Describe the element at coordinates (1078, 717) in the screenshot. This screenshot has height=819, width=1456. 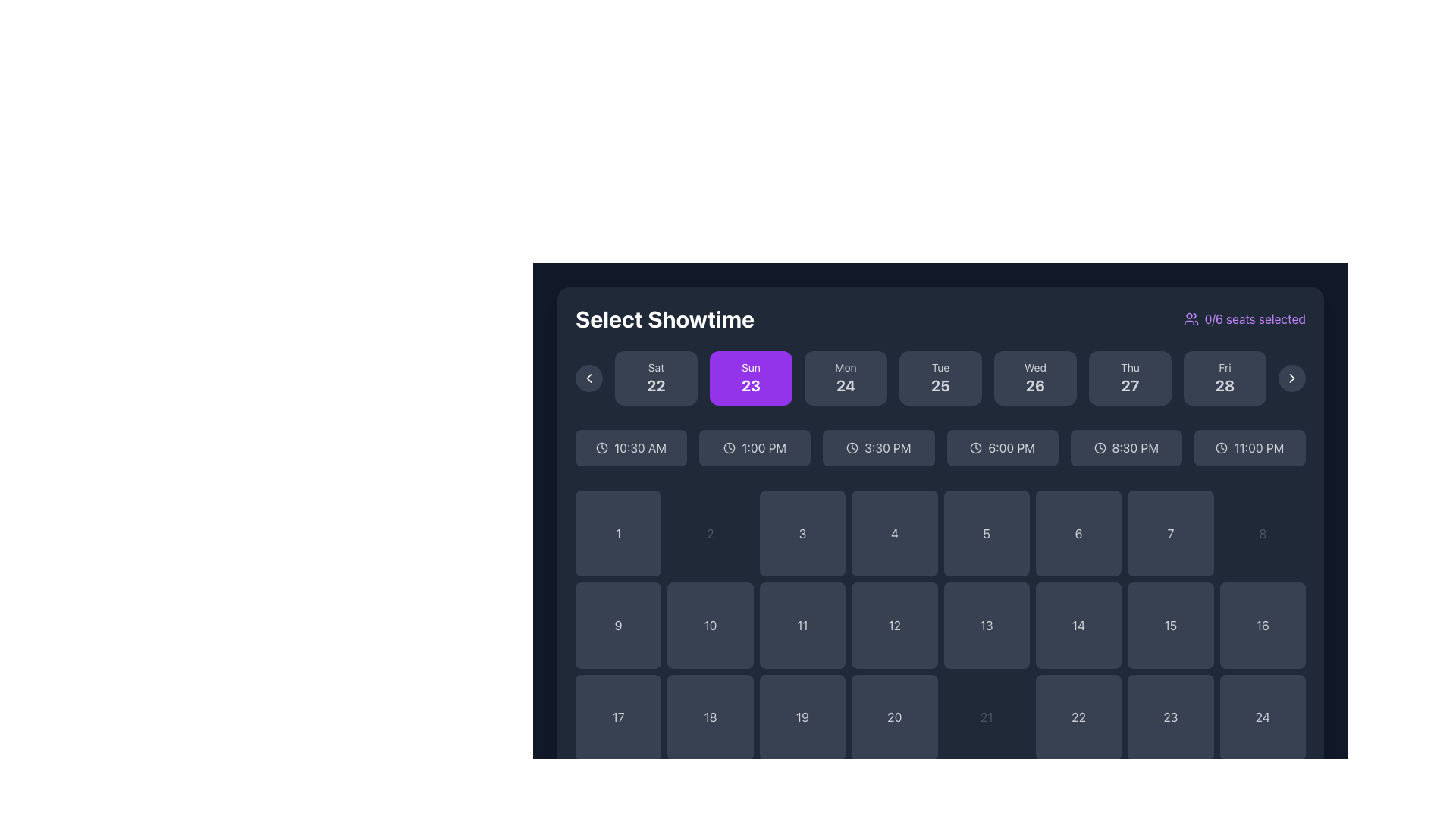
I see `the button displaying the number '22' with a dark background and rounded border` at that location.